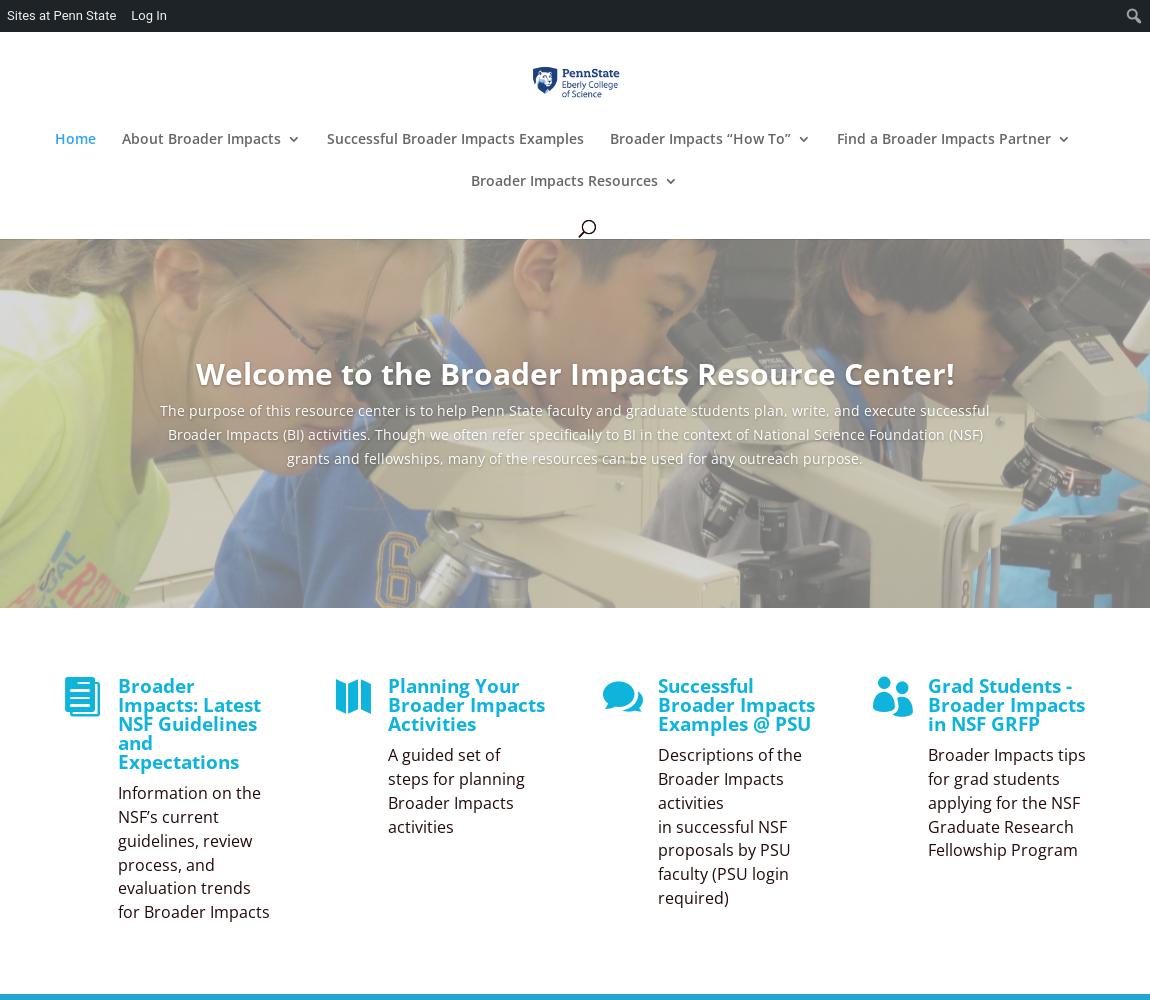  Describe the element at coordinates (735, 704) in the screenshot. I see `'Successful Broader Impacts Examples @ PSU'` at that location.